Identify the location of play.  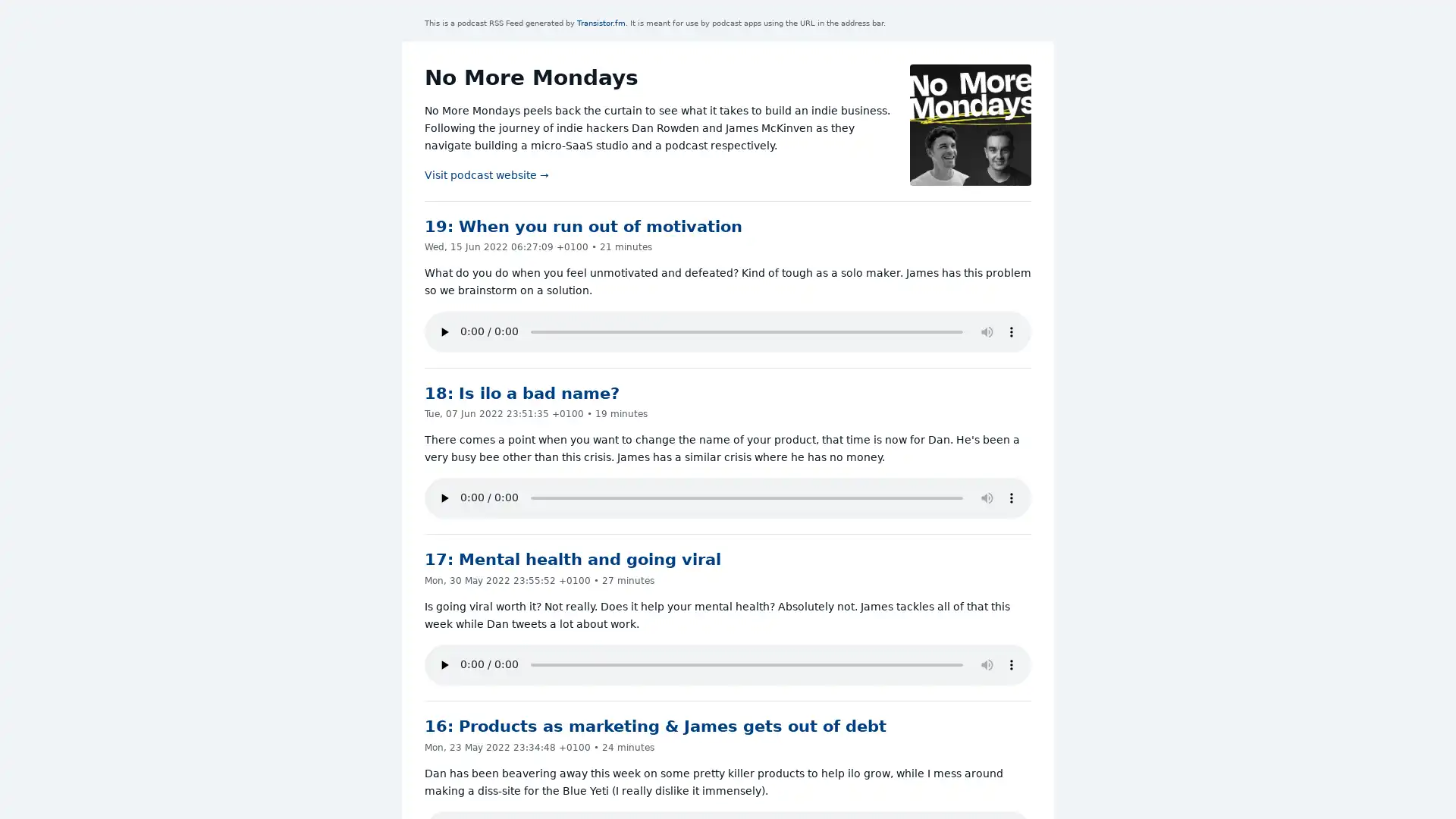
(443, 330).